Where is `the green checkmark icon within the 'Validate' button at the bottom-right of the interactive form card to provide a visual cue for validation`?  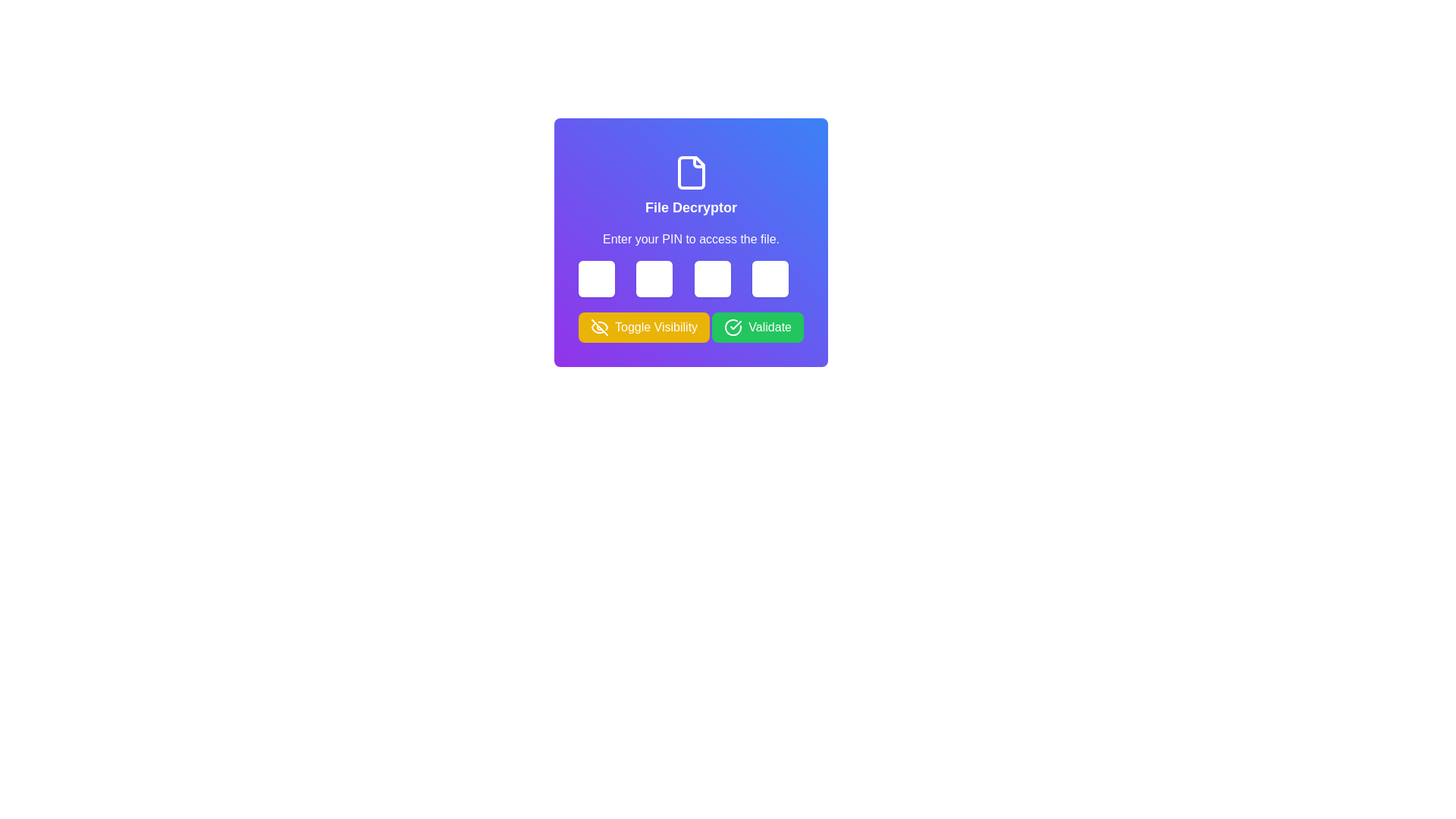 the green checkmark icon within the 'Validate' button at the bottom-right of the interactive form card to provide a visual cue for validation is located at coordinates (736, 324).